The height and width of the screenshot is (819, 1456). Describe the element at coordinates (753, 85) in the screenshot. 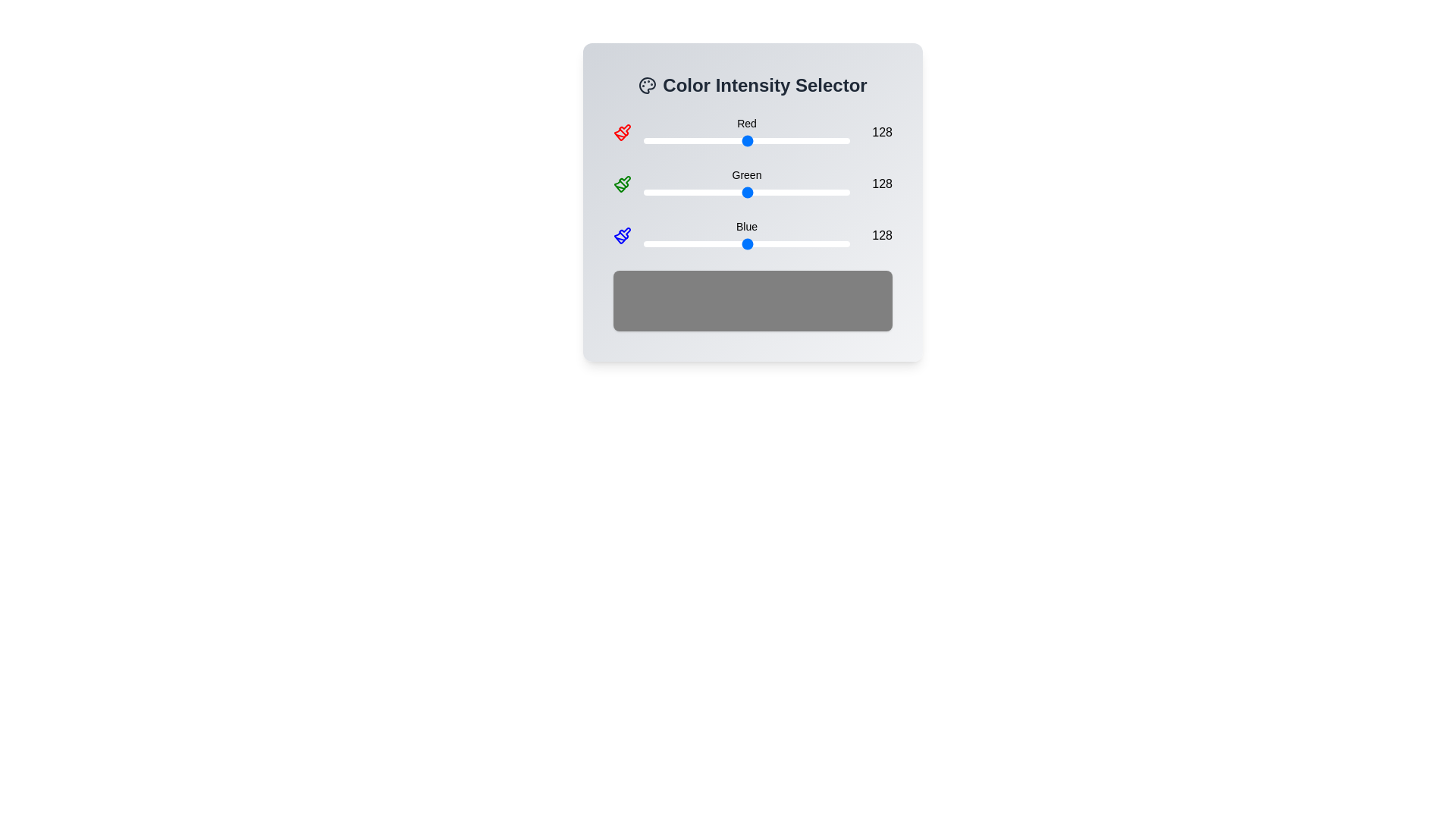

I see `the 'Color Intensity Selector' text header, which is styled in bold and large font, with an adjacent color palette icon to the left` at that location.